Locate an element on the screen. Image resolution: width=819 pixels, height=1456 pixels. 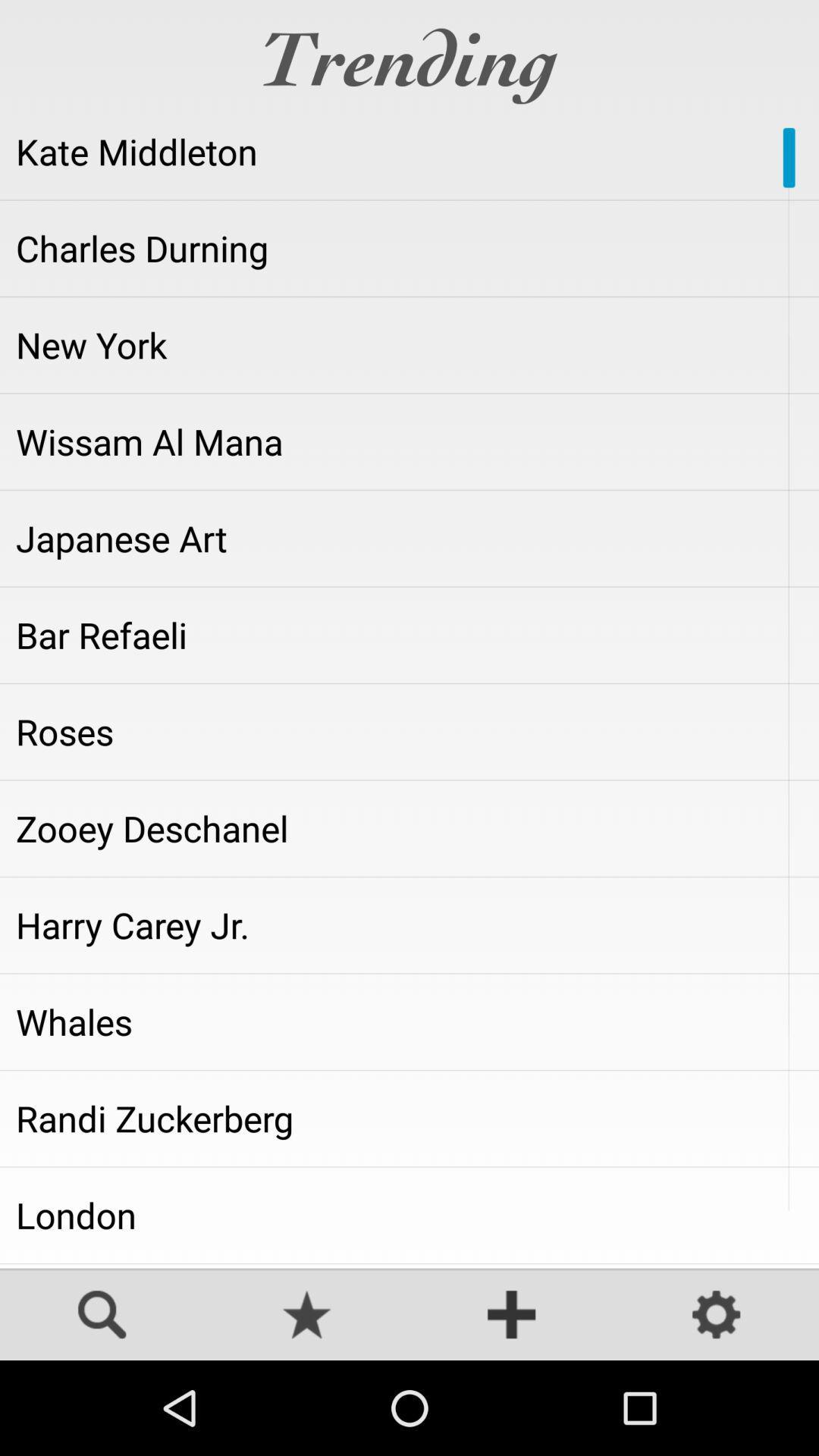
the icon at the bottom right corner is located at coordinates (717, 1316).